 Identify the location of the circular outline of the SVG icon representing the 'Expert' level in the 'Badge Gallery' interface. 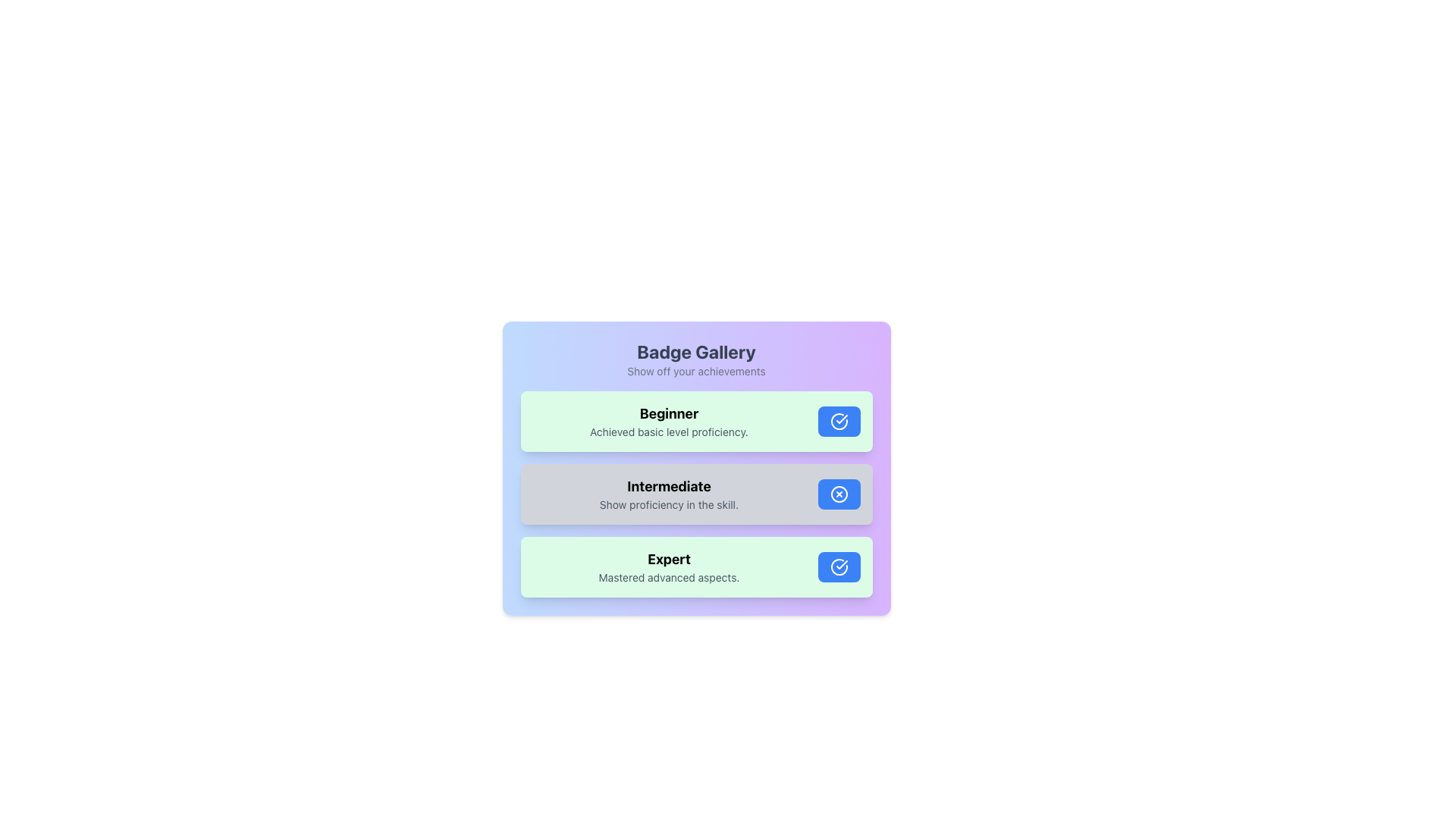
(838, 567).